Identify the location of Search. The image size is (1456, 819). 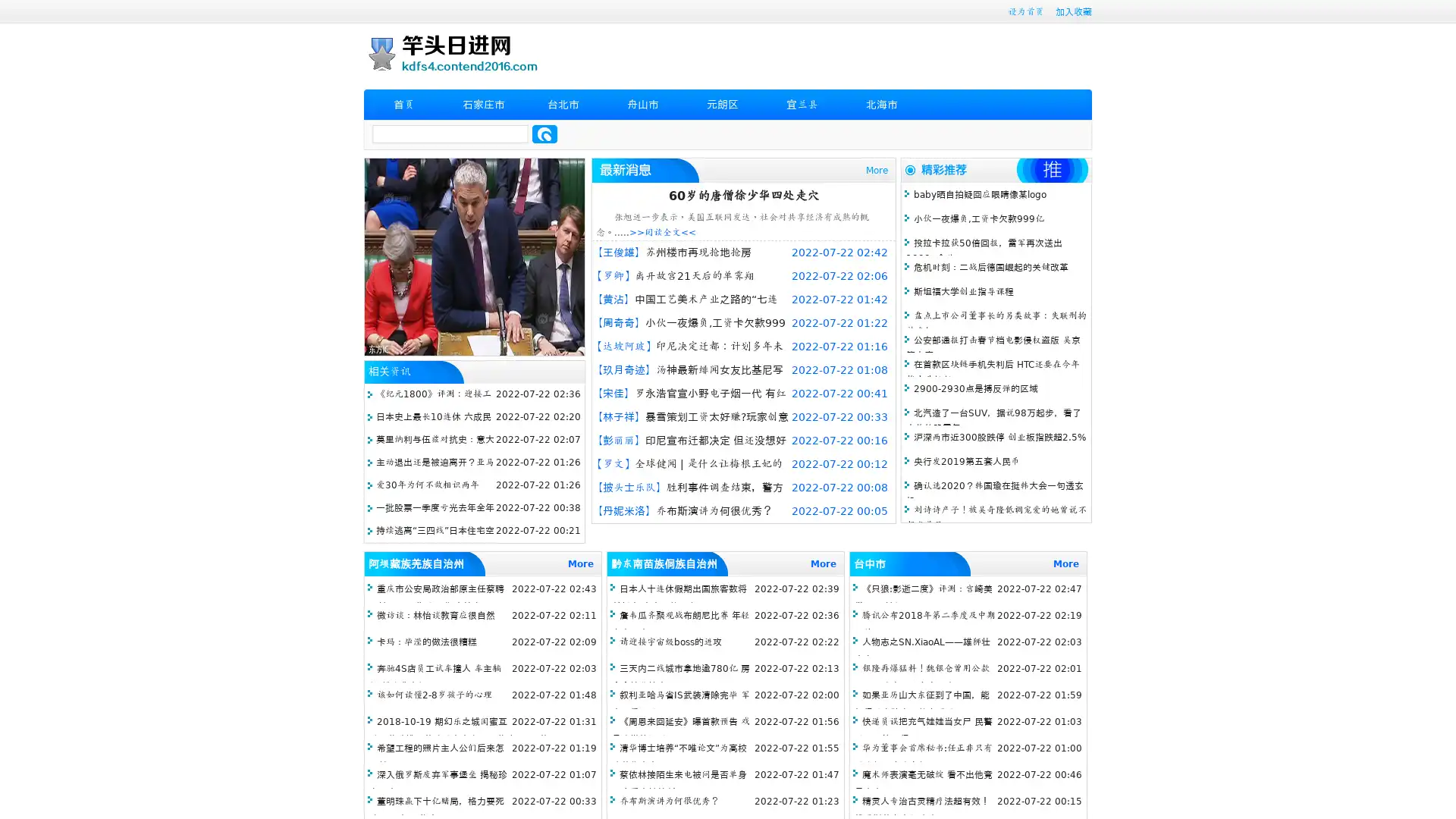
(544, 133).